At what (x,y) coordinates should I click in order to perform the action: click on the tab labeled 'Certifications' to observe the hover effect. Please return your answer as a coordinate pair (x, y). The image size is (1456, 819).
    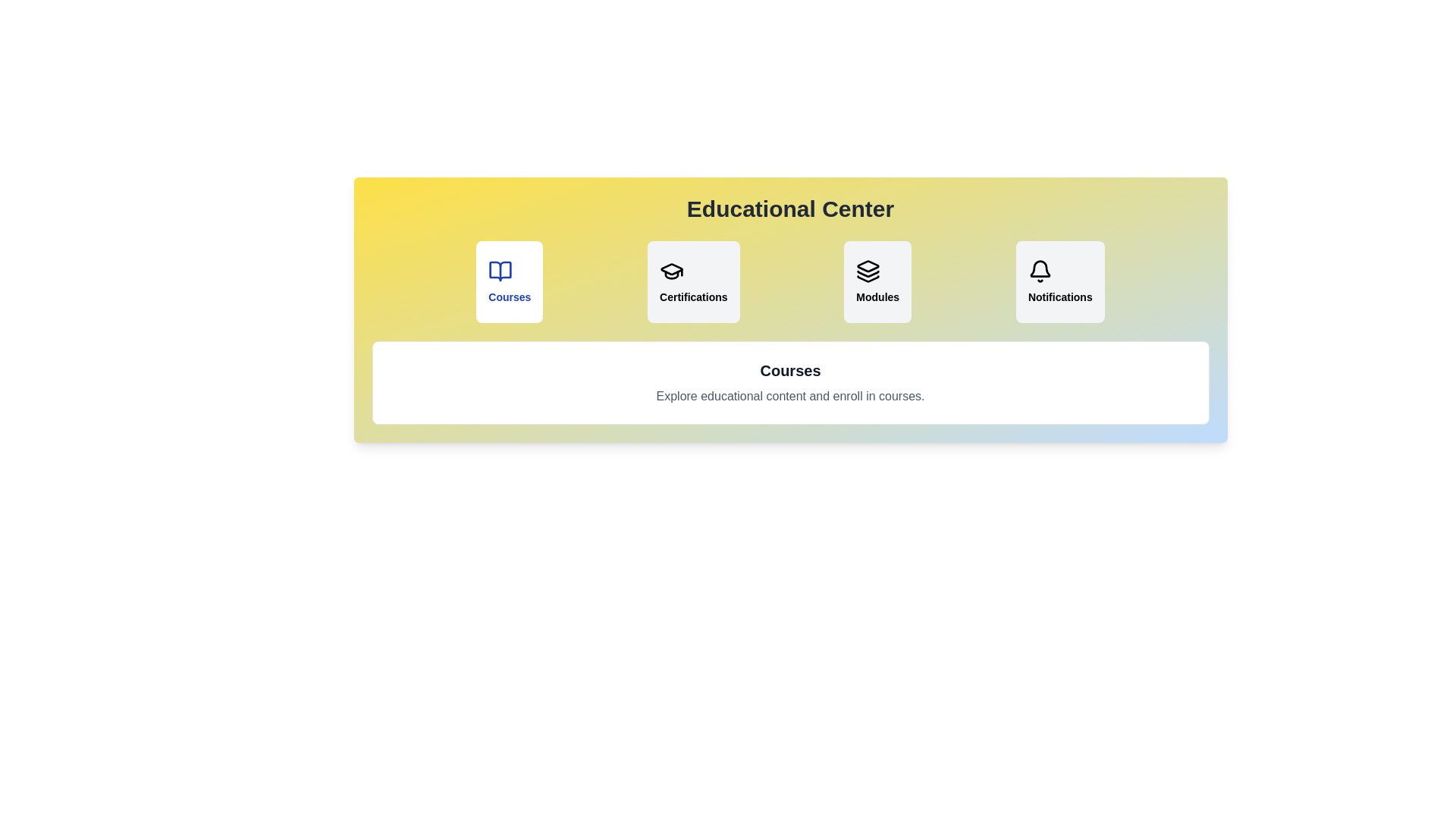
    Looking at the image, I should click on (692, 281).